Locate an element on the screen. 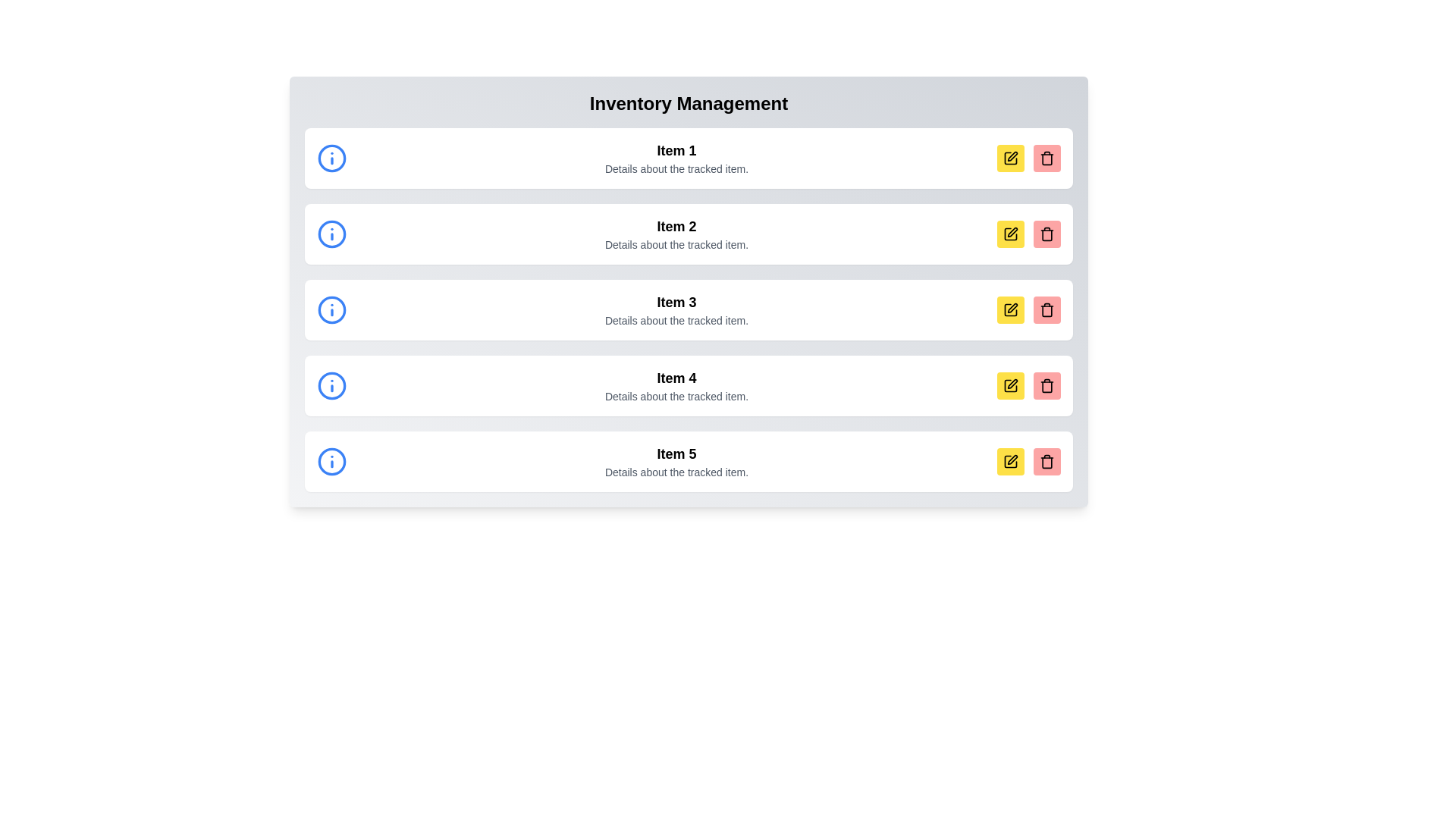 The width and height of the screenshot is (1456, 819). the delete button with a red background and trashcan icon located in the grouped action buttons next to 'Item 2 - Details about the tracked item' is located at coordinates (1029, 234).